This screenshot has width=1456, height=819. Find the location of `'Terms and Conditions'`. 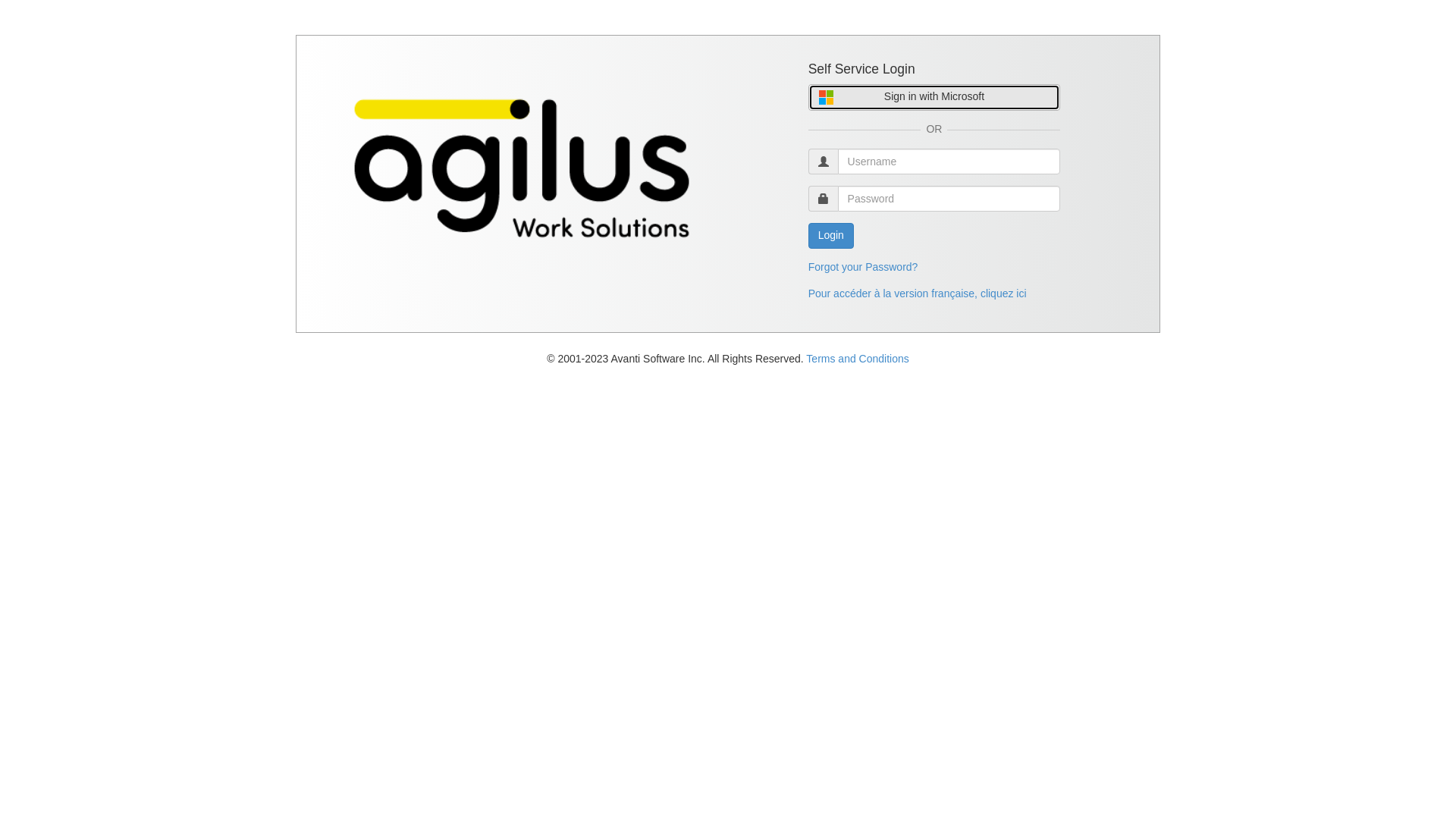

'Terms and Conditions' is located at coordinates (805, 359).